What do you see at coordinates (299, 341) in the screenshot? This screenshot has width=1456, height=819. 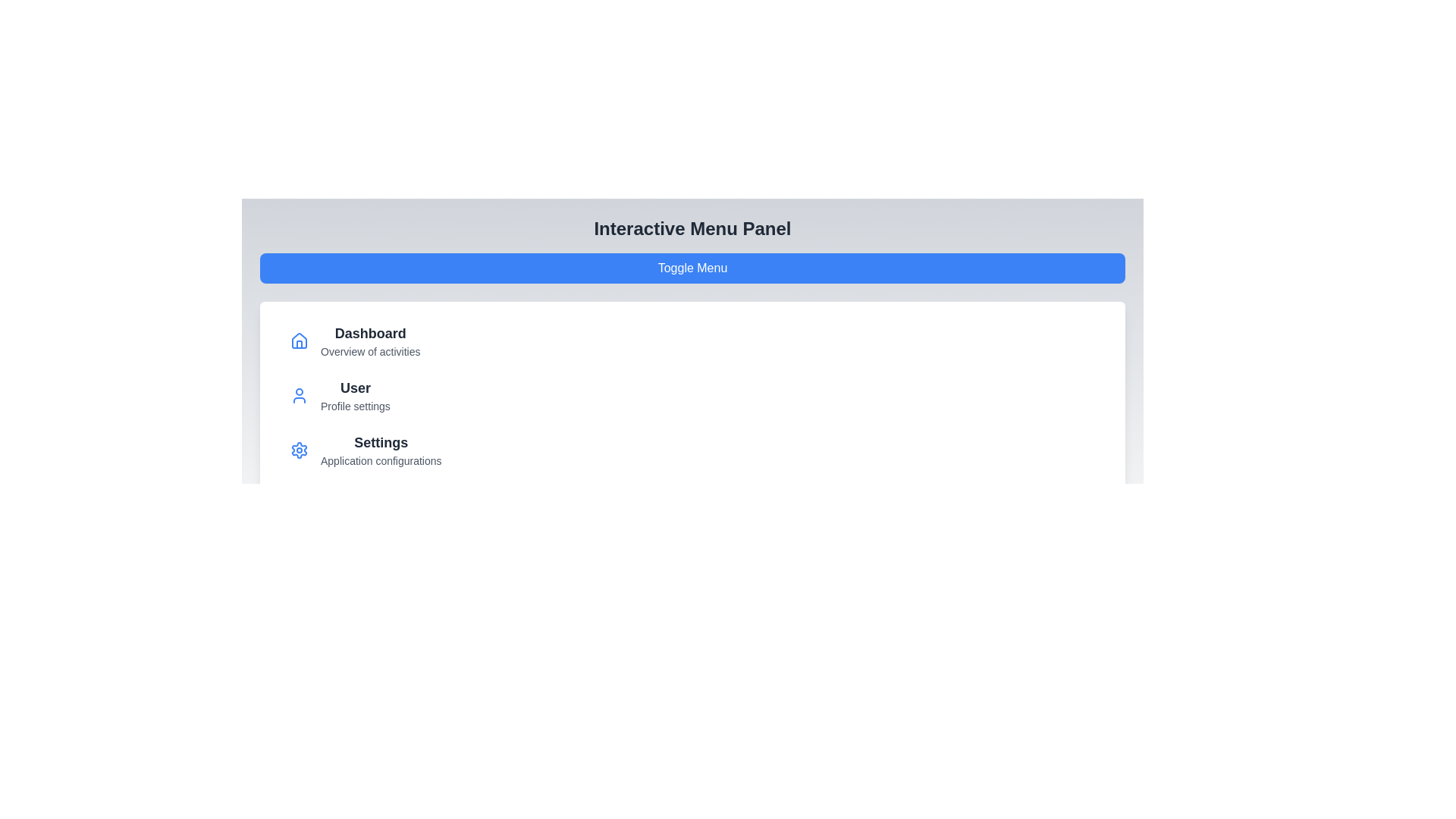 I see `the icon associated with the menu item labeled Dashboard` at bounding box center [299, 341].